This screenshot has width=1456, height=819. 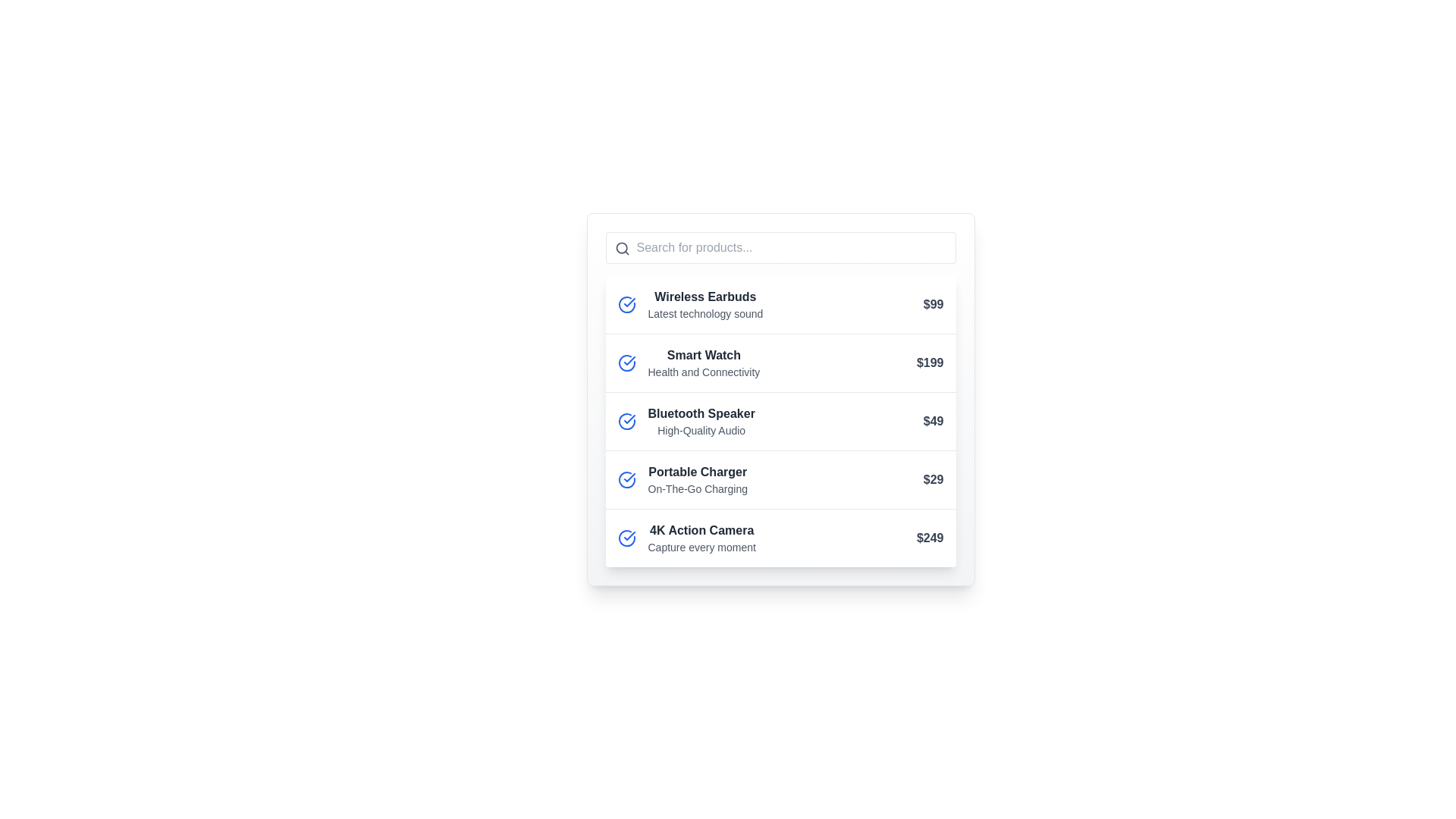 What do you see at coordinates (626, 537) in the screenshot?
I see `the blue circular checkmark icon that represents a completed task, located at the leading edge of the '4K Action Camera' list item` at bounding box center [626, 537].